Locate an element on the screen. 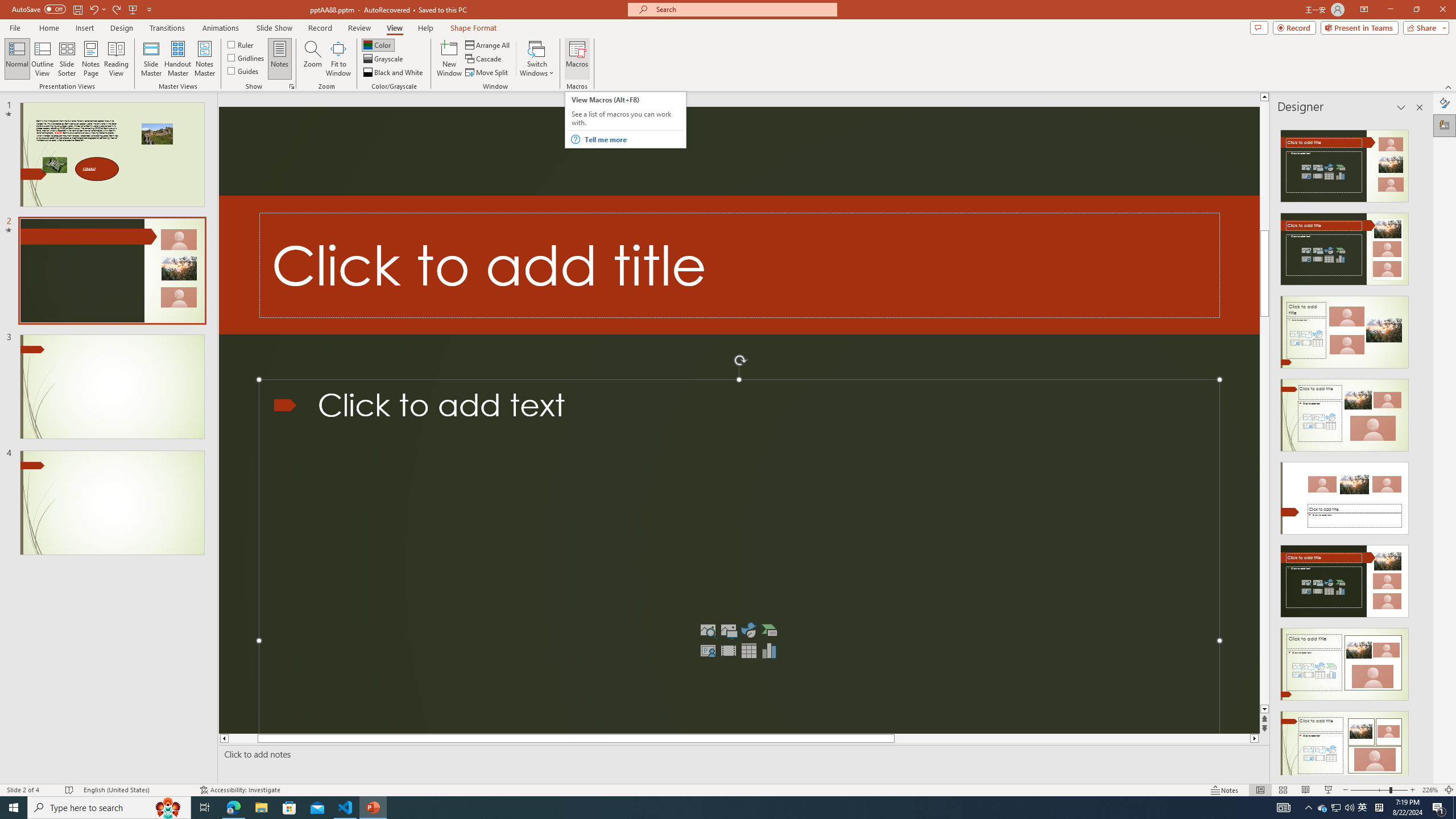  'Grayscale' is located at coordinates (383, 59).